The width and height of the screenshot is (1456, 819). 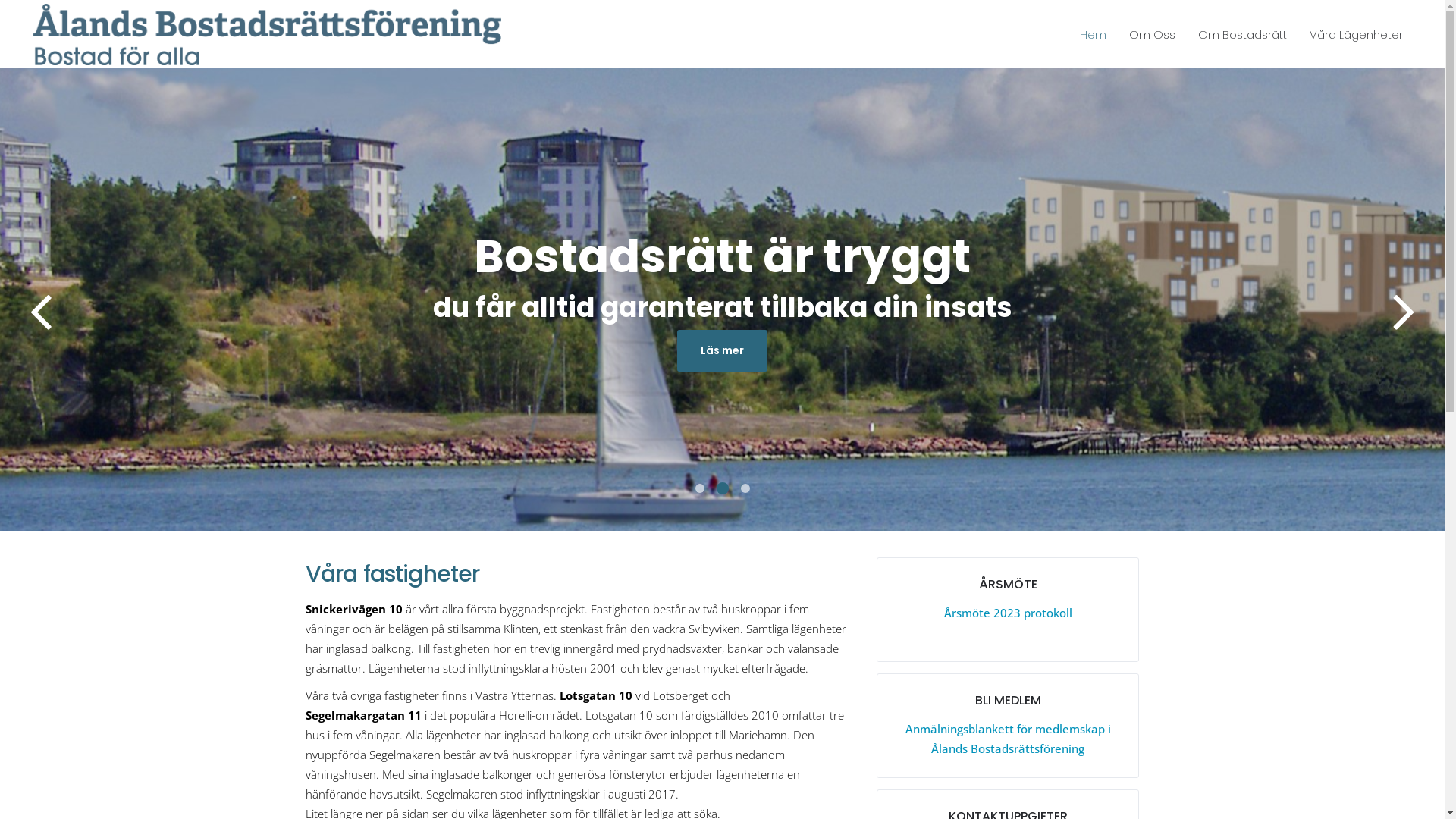 What do you see at coordinates (1068, 34) in the screenshot?
I see `'Hem'` at bounding box center [1068, 34].